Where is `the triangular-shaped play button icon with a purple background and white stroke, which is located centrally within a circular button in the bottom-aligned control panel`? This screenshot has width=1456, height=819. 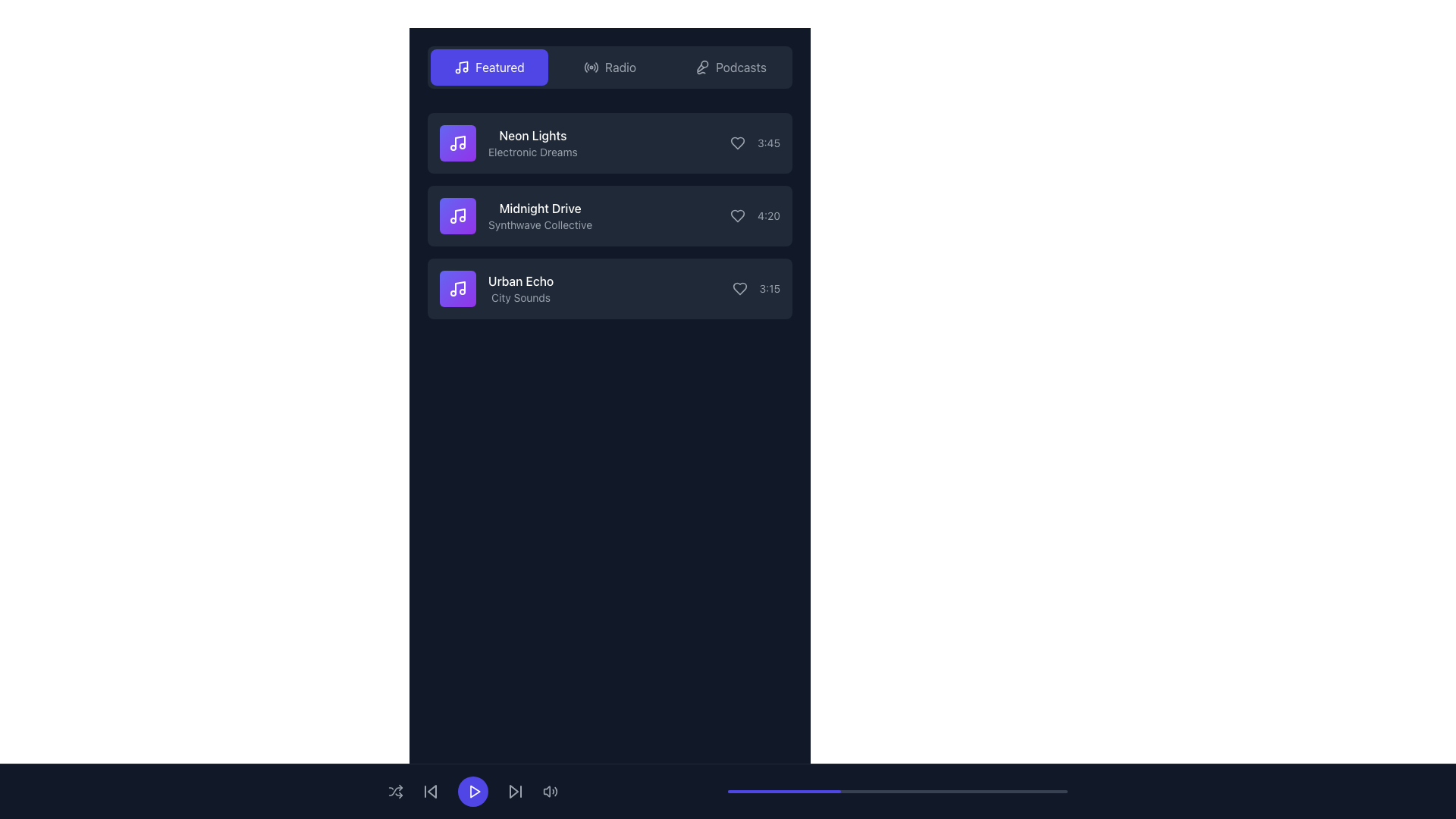 the triangular-shaped play button icon with a purple background and white stroke, which is located centrally within a circular button in the bottom-aligned control panel is located at coordinates (474, 791).